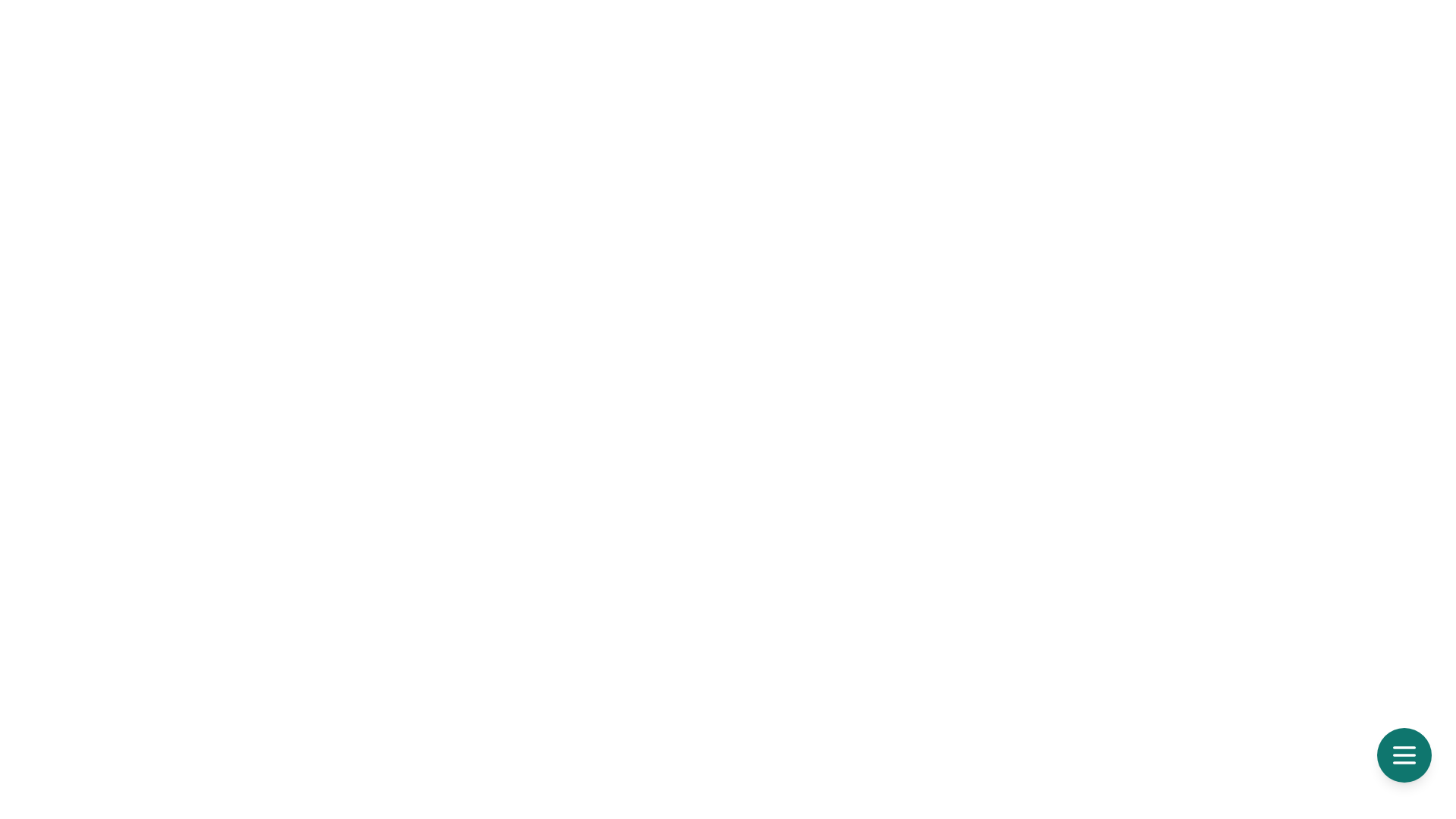 The image size is (1456, 819). I want to click on the menu button to observe the hover effect, so click(1404, 755).